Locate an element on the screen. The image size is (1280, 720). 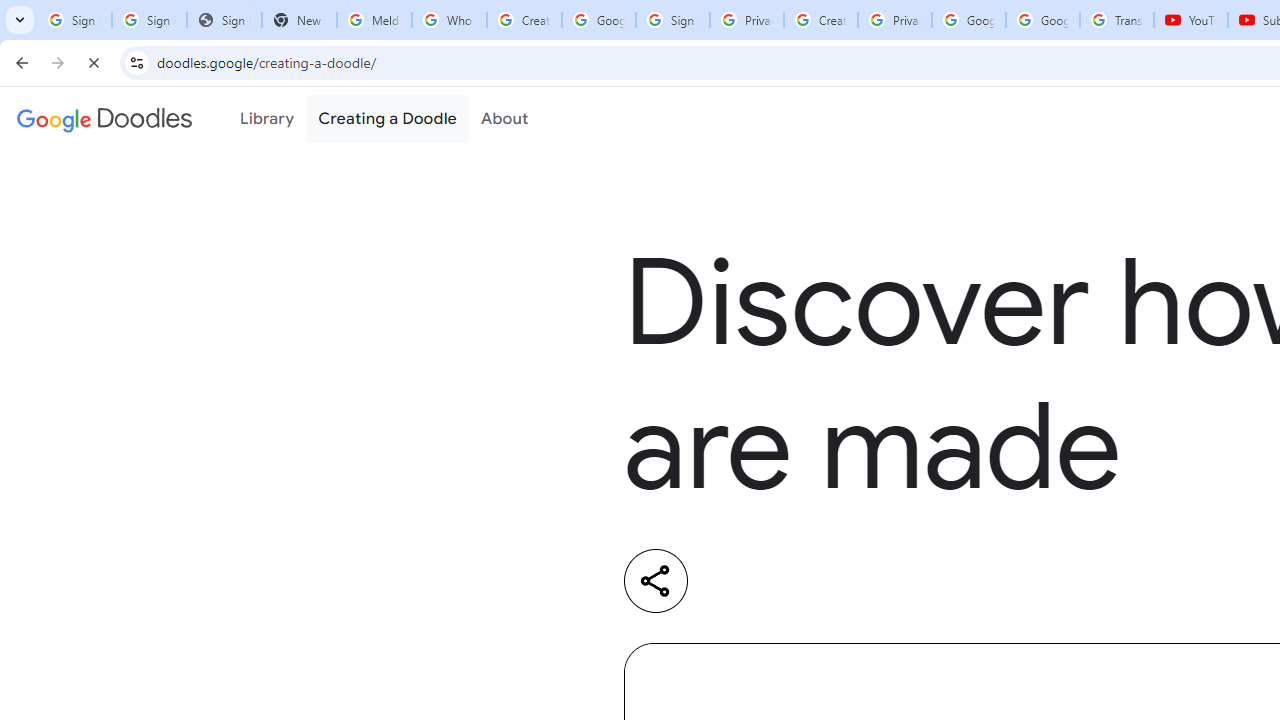
'Creating a Doodle' is located at coordinates (387, 119).